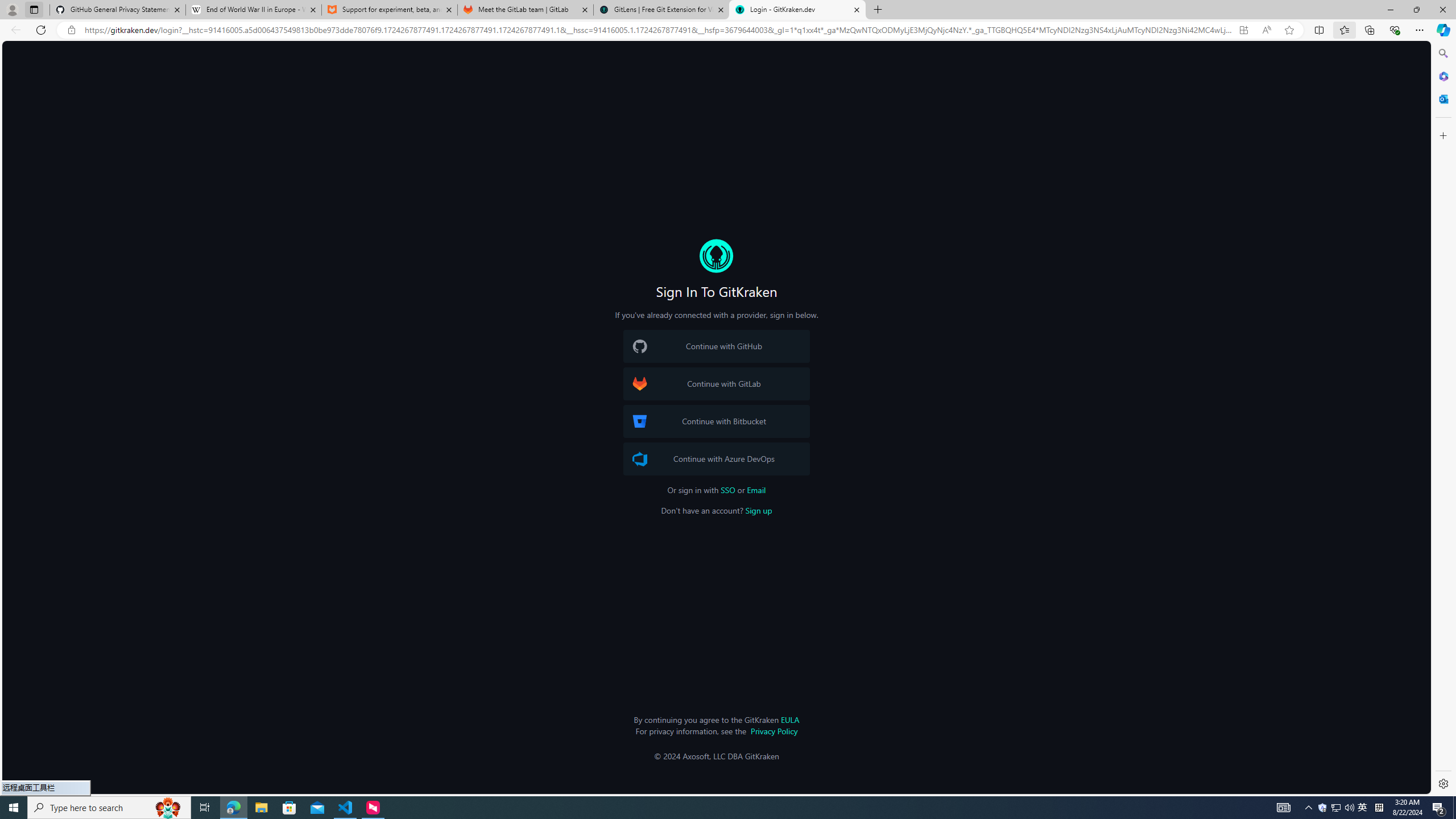  Describe the element at coordinates (773, 730) in the screenshot. I see `'Privacy Policy'` at that location.